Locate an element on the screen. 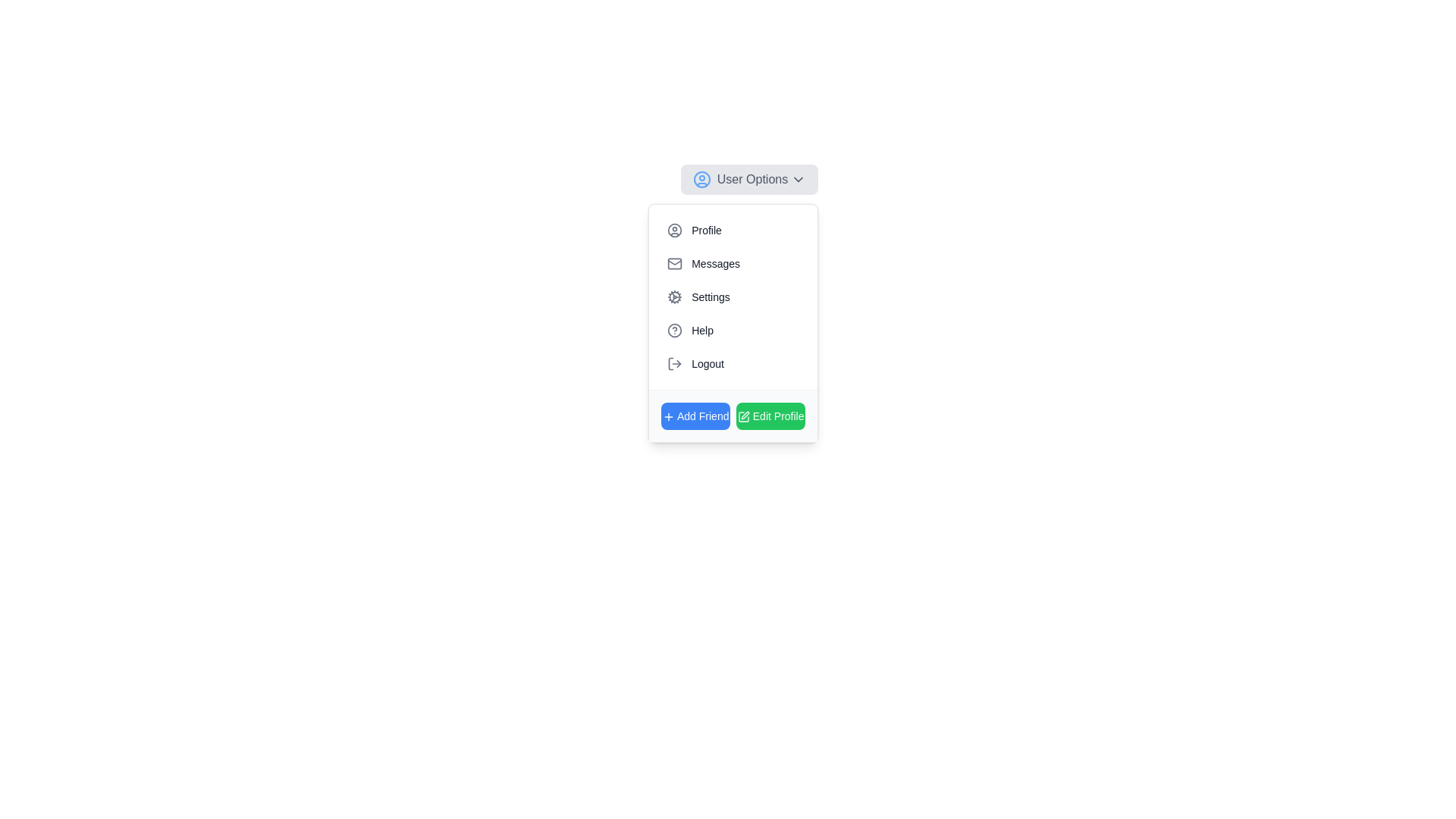  the 'Profile' menu item icon, which is the leftmost icon in the dropdown labeled 'User Options', adjacent to the text 'Profile' is located at coordinates (674, 231).